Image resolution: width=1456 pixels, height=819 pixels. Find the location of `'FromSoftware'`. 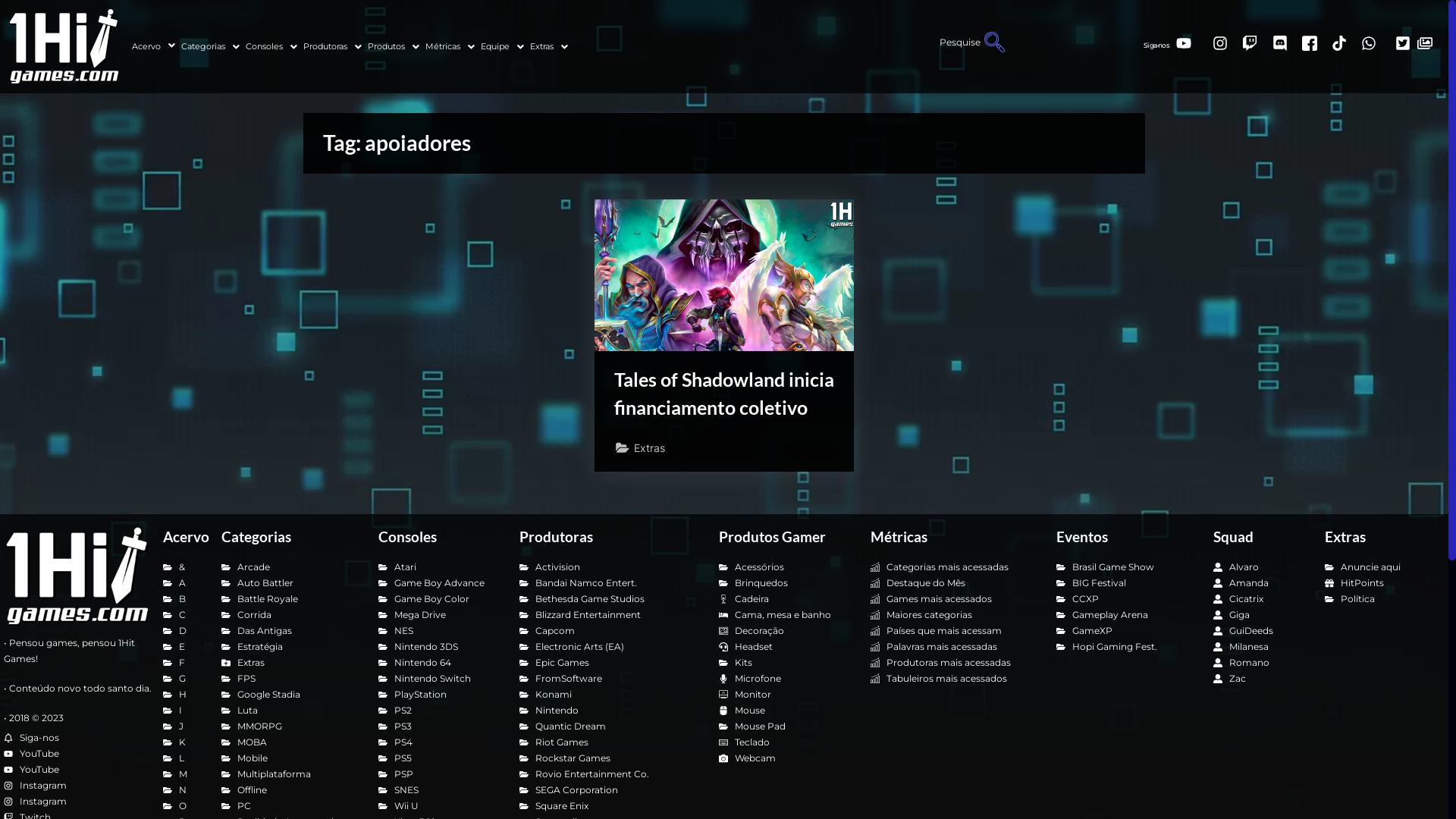

'FromSoftware' is located at coordinates (611, 677).